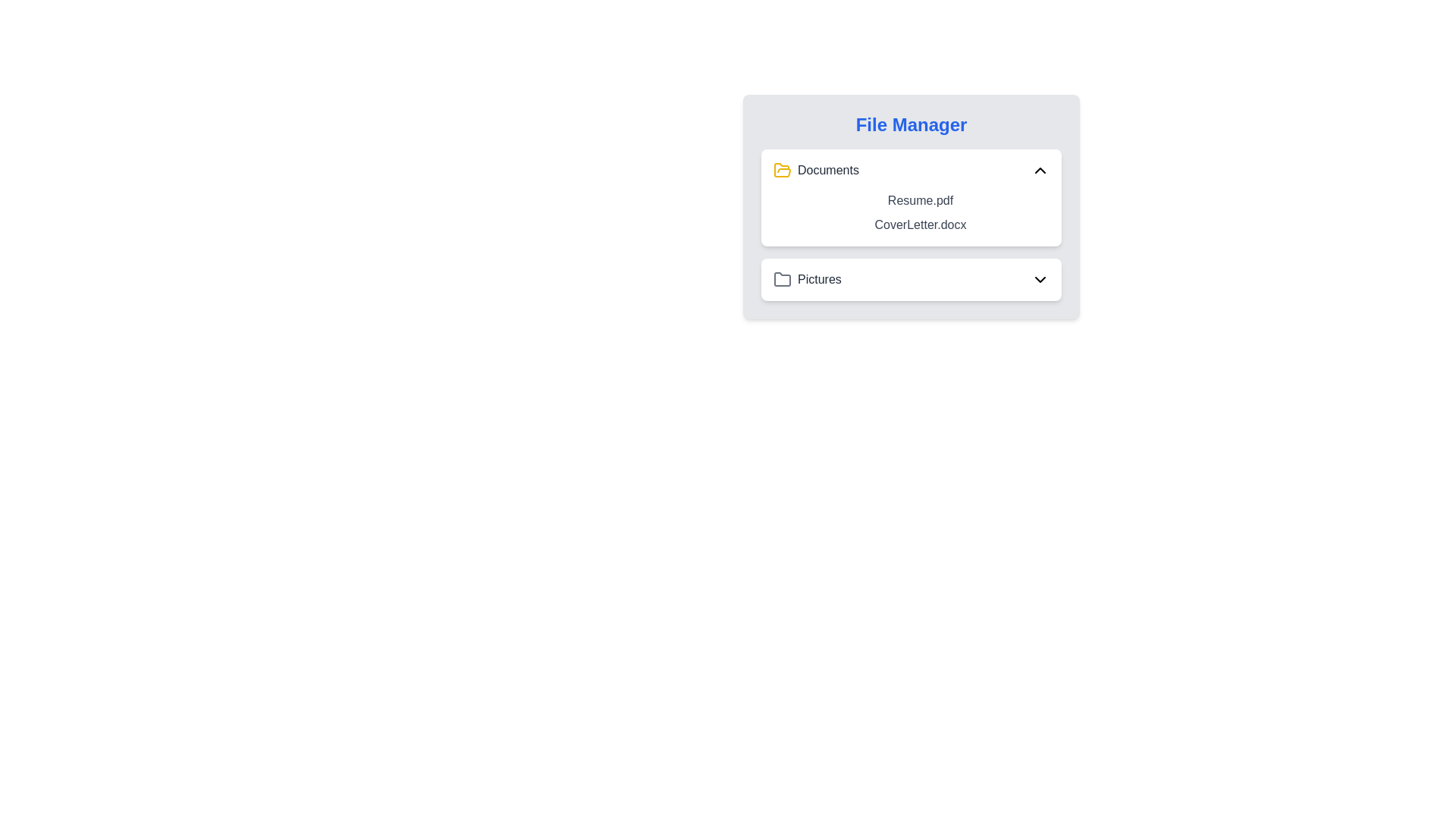  What do you see at coordinates (910, 124) in the screenshot?
I see `the title text label at the top of the file management interface to potentially reveal tooltips` at bounding box center [910, 124].